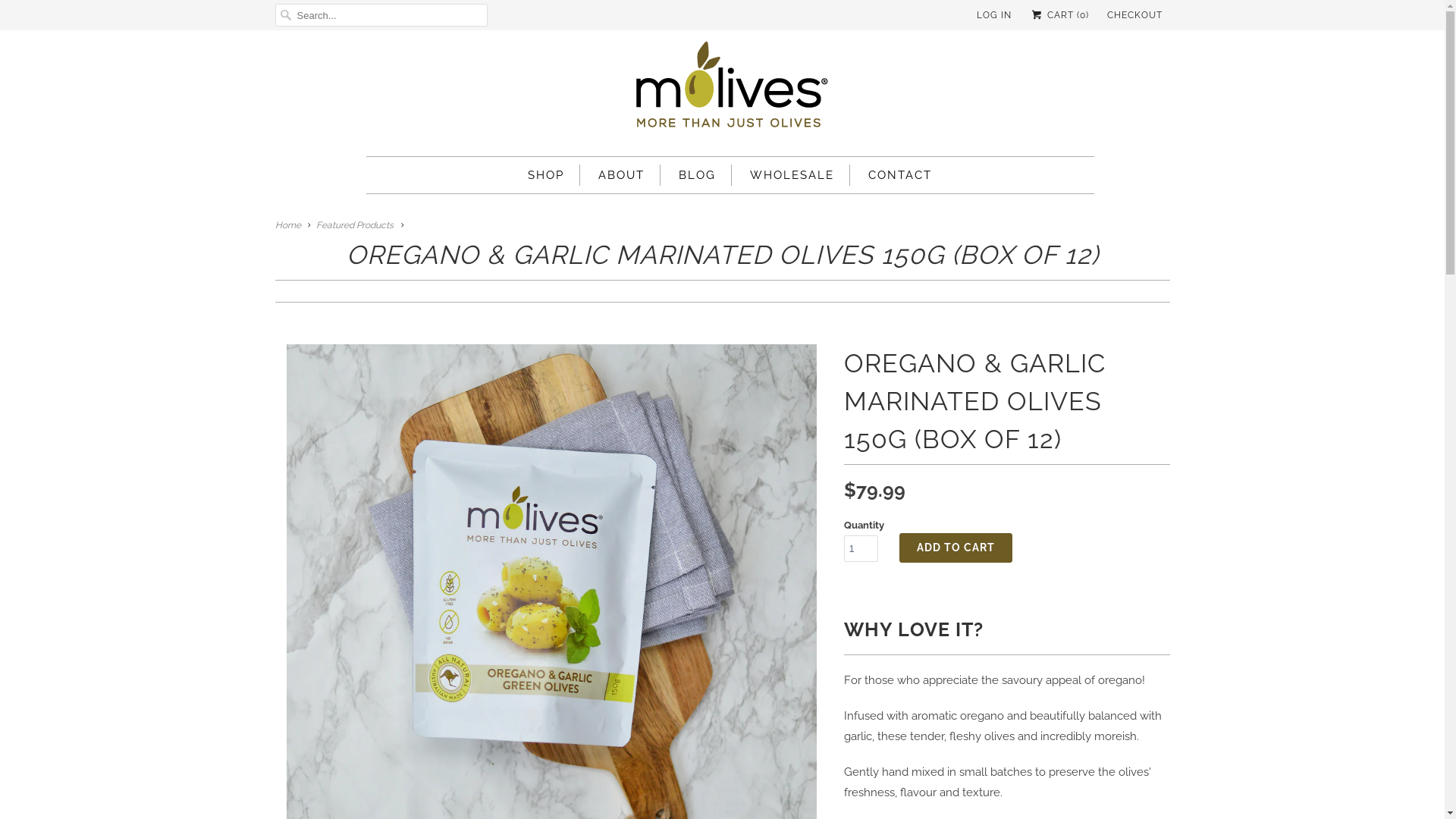 The image size is (1456, 819). Describe the element at coordinates (791, 174) in the screenshot. I see `'WHOLESALE'` at that location.